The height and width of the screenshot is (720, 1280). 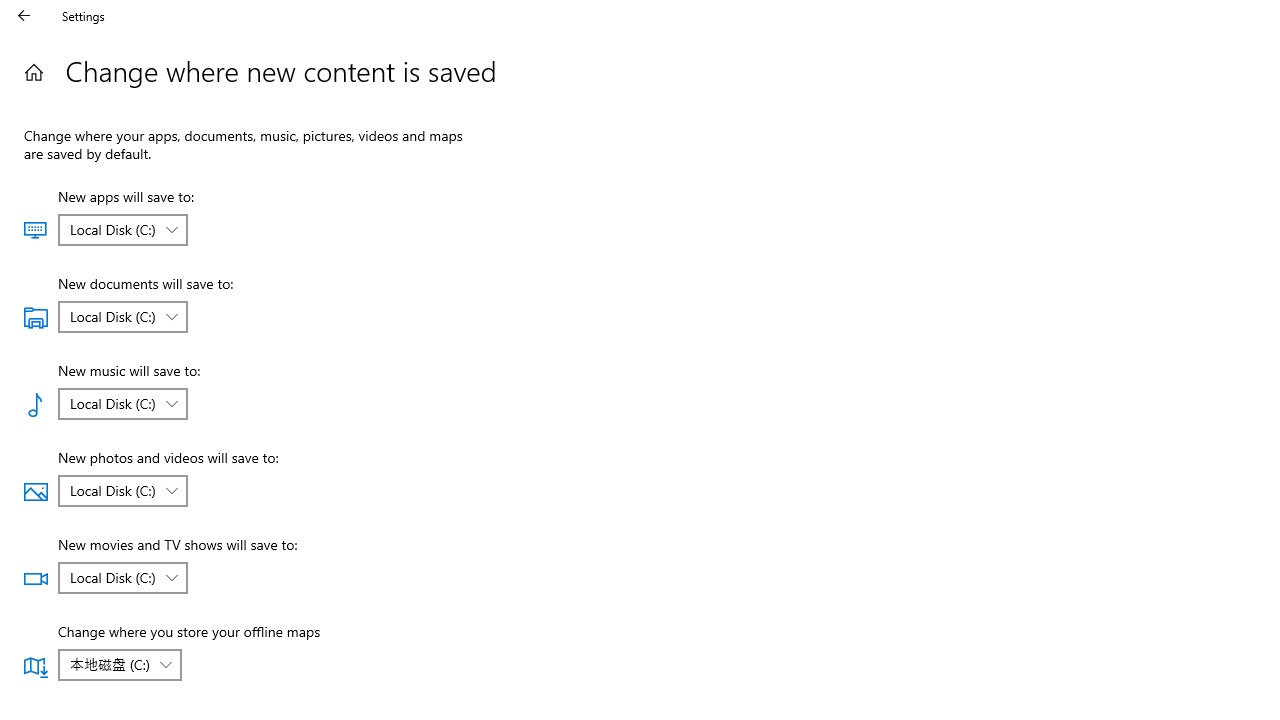 What do you see at coordinates (24, 15) in the screenshot?
I see `'Back'` at bounding box center [24, 15].